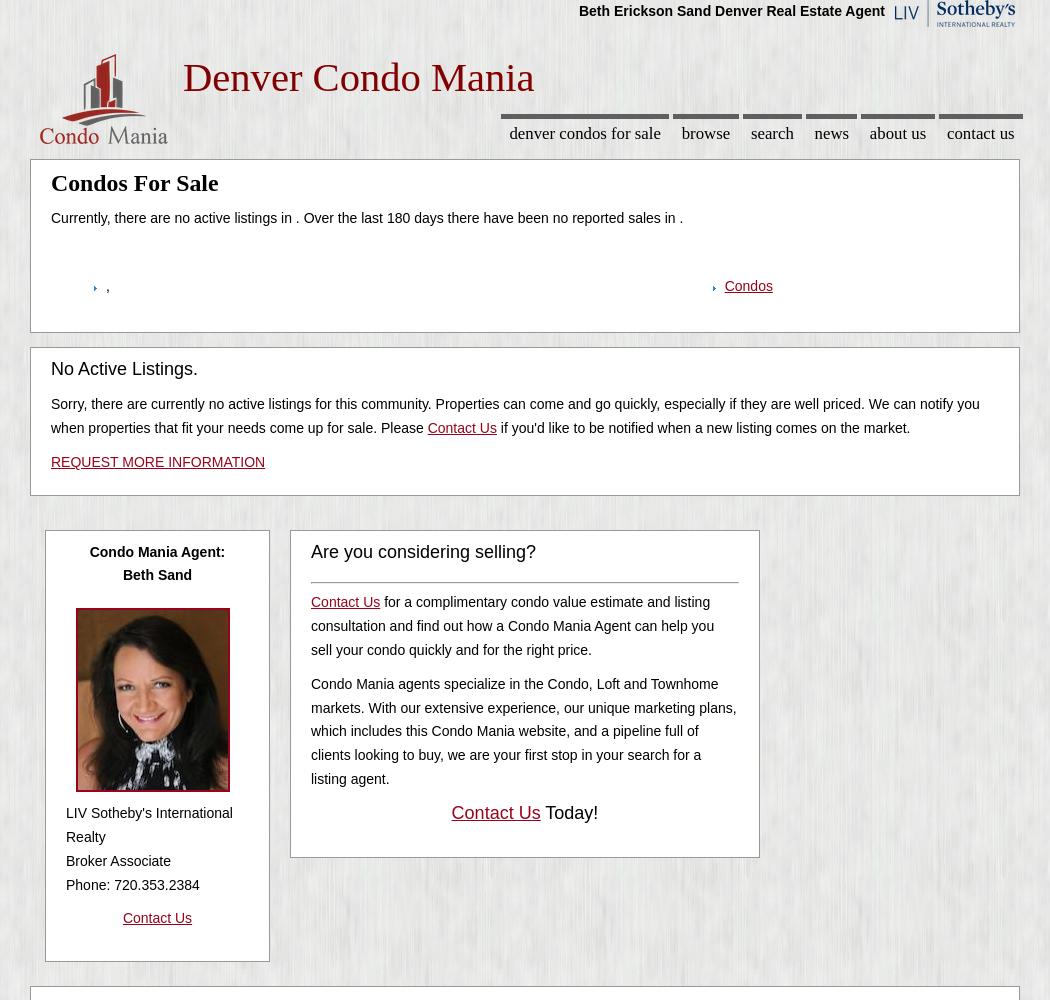  What do you see at coordinates (156, 574) in the screenshot?
I see `'Beth Sand'` at bounding box center [156, 574].